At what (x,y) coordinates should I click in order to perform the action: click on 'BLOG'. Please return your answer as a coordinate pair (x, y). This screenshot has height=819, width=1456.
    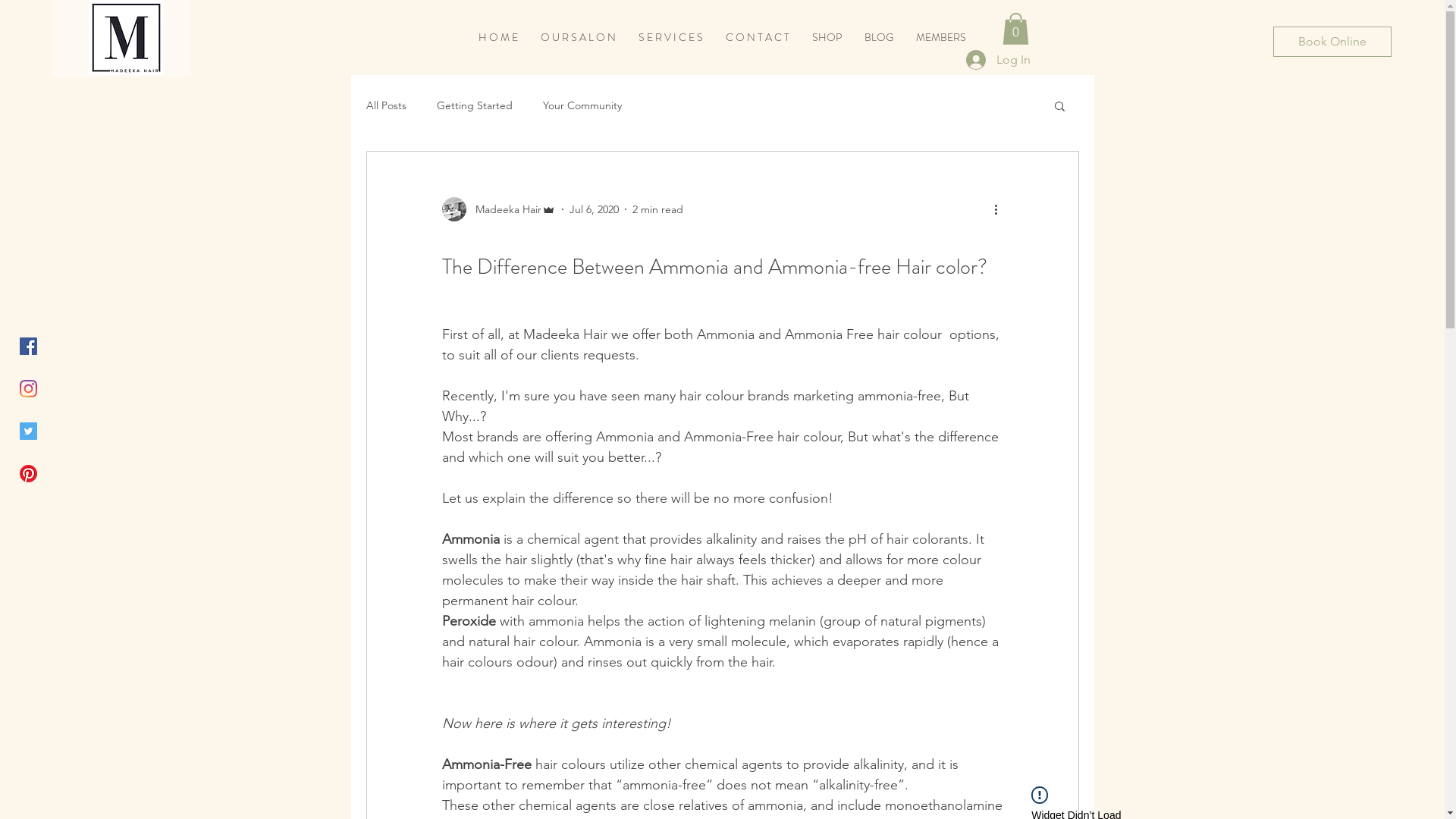
    Looking at the image, I should click on (878, 36).